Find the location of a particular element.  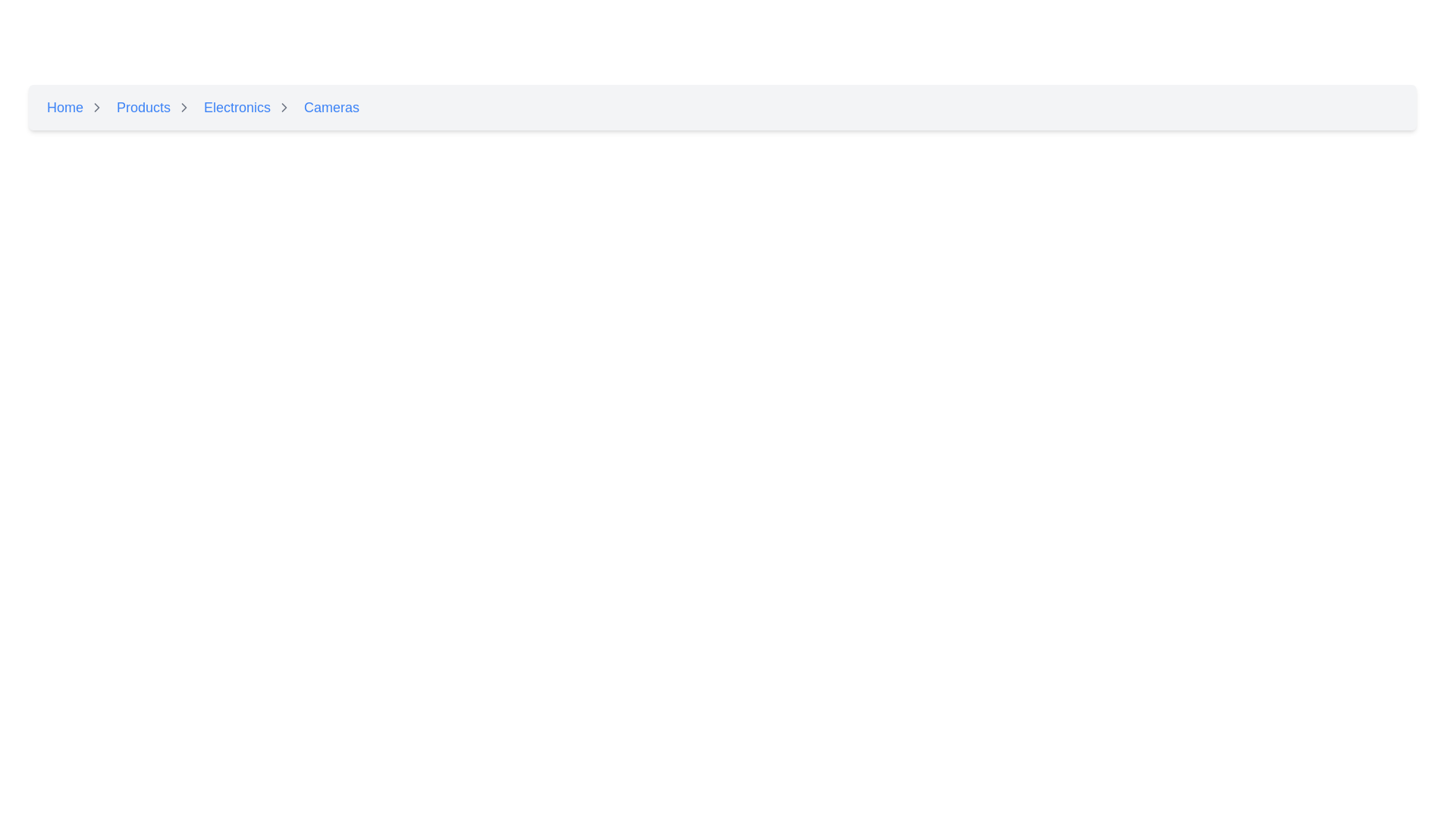

the breadcrumb separator icon positioned between the 'Products' and 'Electronics' links to indicate navigational hierarchy is located at coordinates (184, 107).